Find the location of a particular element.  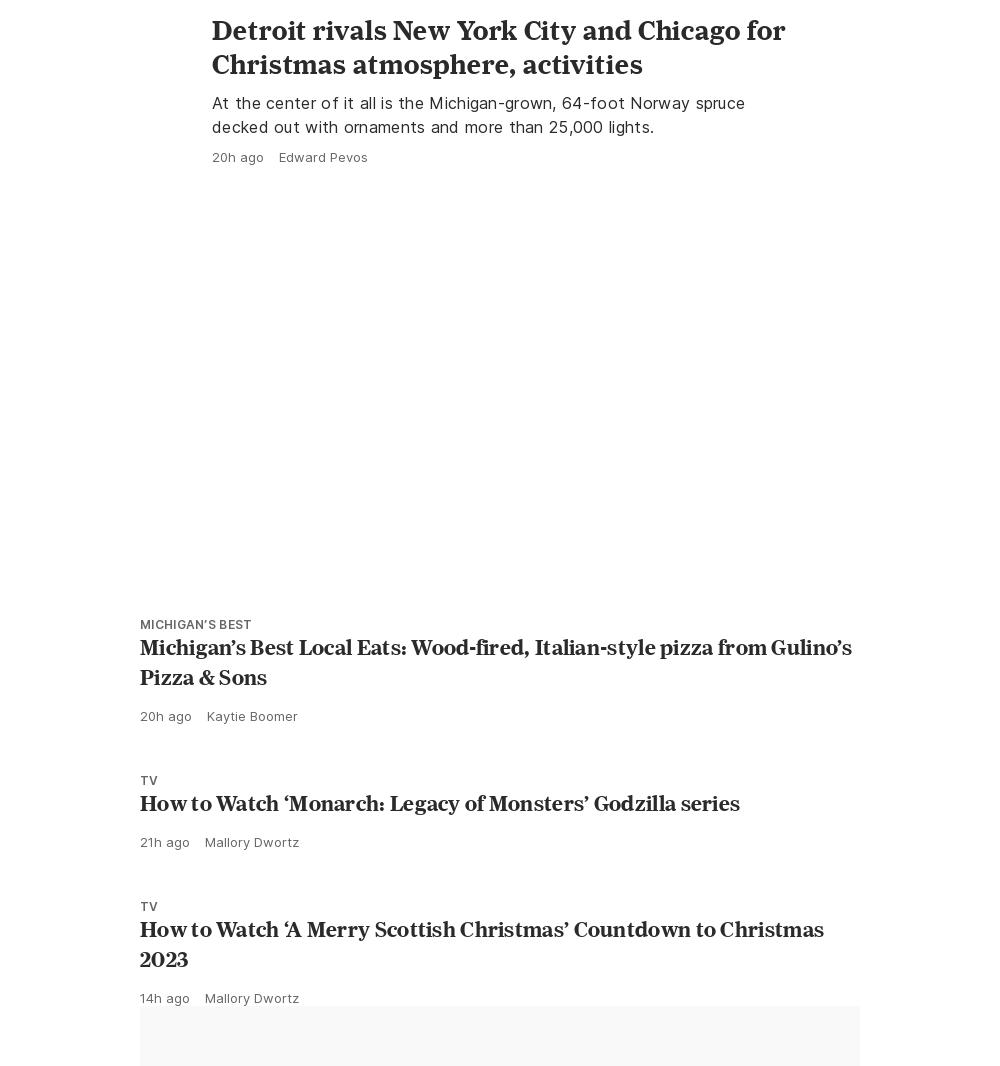

'Edward Pevos' is located at coordinates (322, 200).